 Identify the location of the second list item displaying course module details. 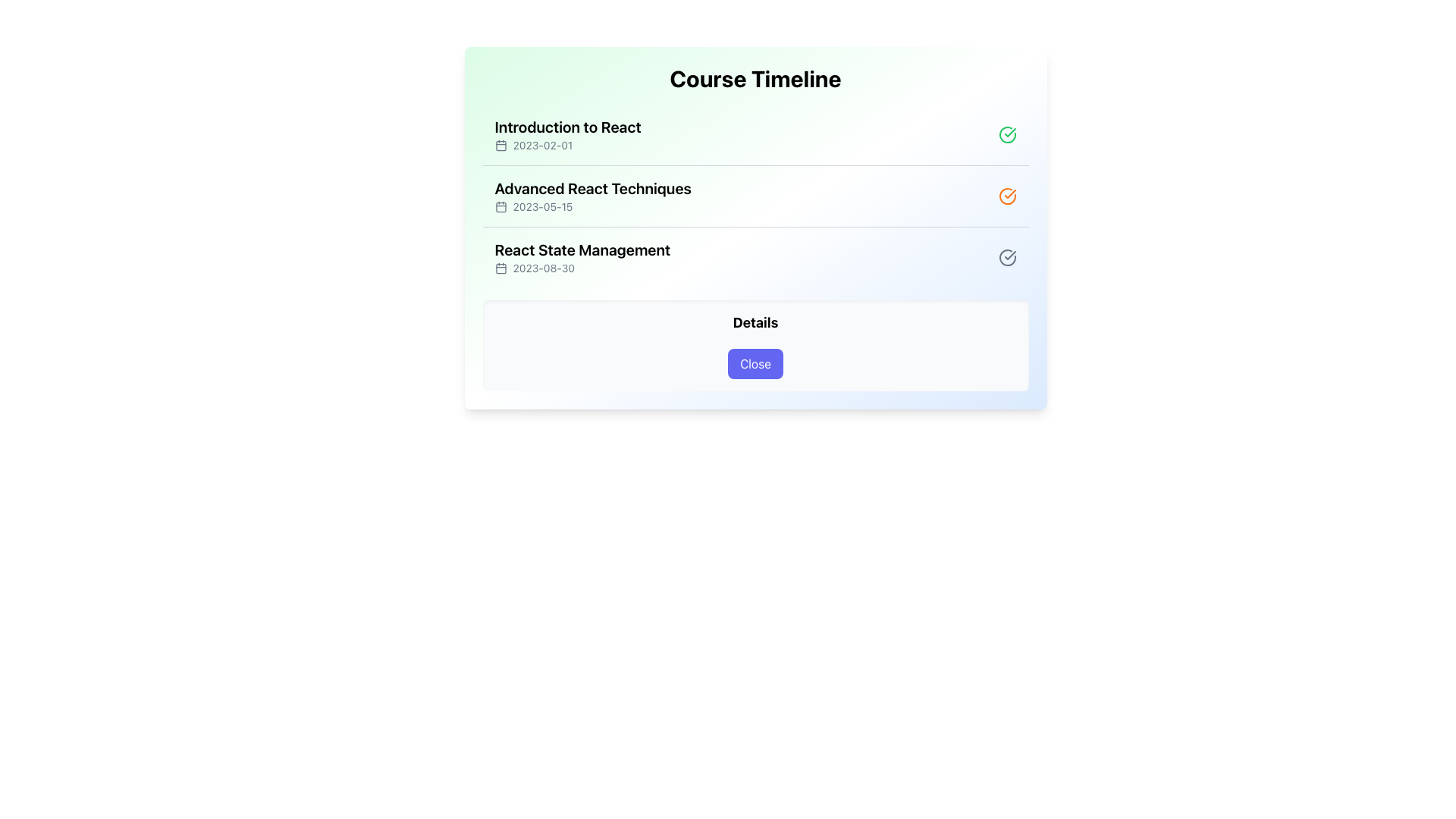
(592, 195).